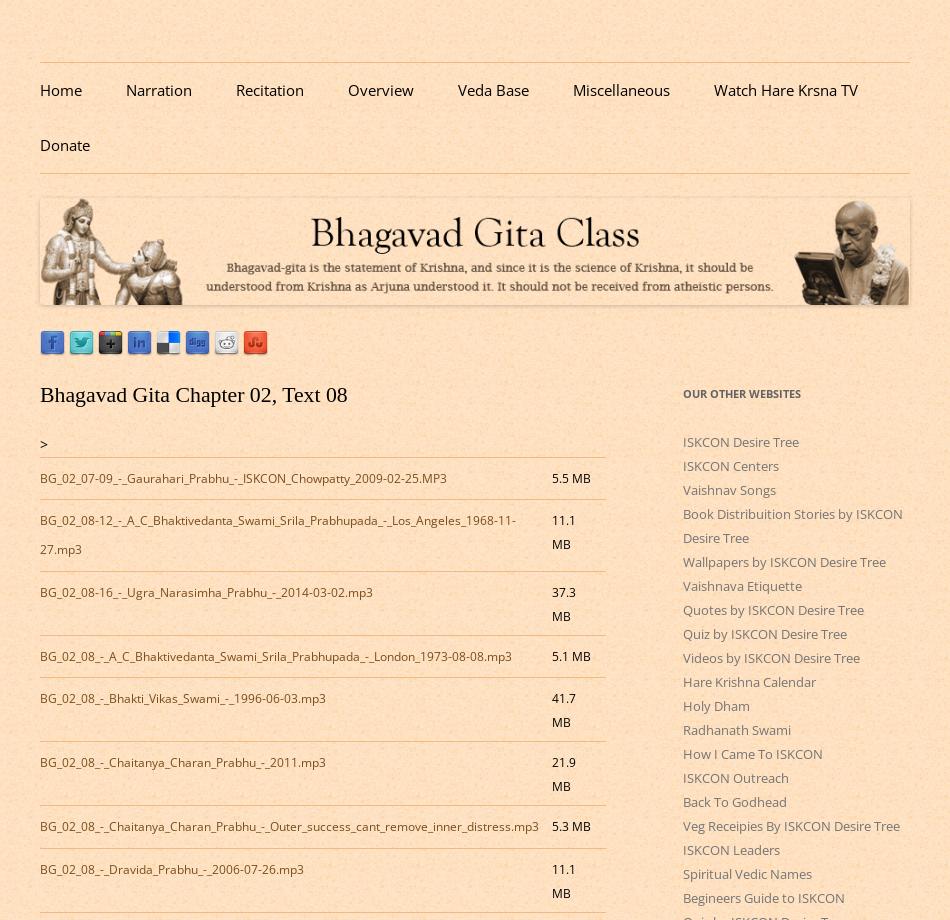  Describe the element at coordinates (182, 698) in the screenshot. I see `'BG_02_08_-_Bhakti_Vikas_Swami_-_1996-06-03.mp3'` at that location.